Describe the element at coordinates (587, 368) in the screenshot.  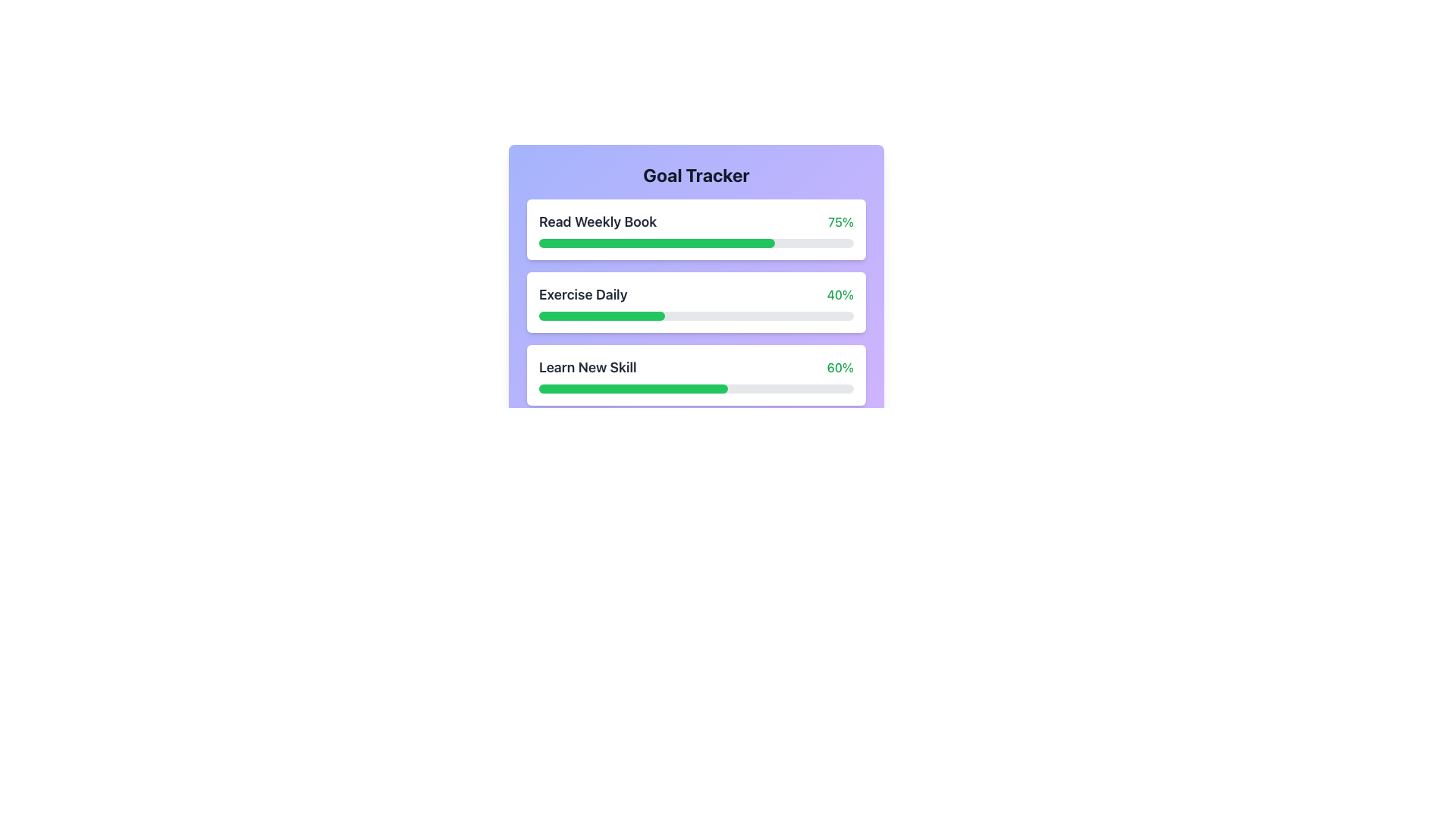
I see `the Text Label element that displays 'Learn New Skill', which is styled in a larger bold dark gray font and located in the 'Goal Tracker' pane, aligned left with a progress indicator showing '60%'` at that location.